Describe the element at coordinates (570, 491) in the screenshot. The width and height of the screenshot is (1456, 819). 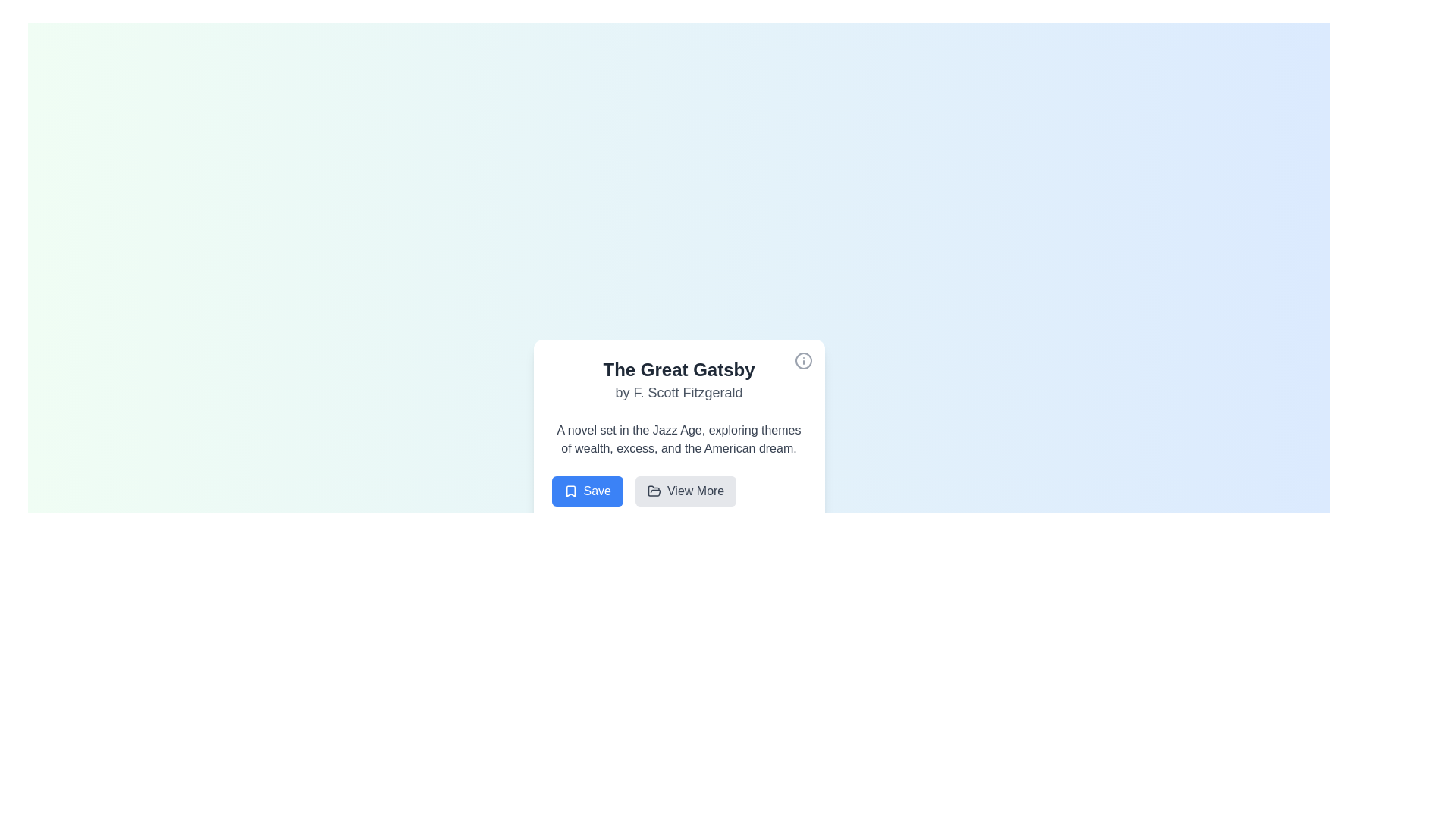
I see `the 'Save' button, which is the leftmost button at the bottom of the card, featuring a blue background and white text` at that location.